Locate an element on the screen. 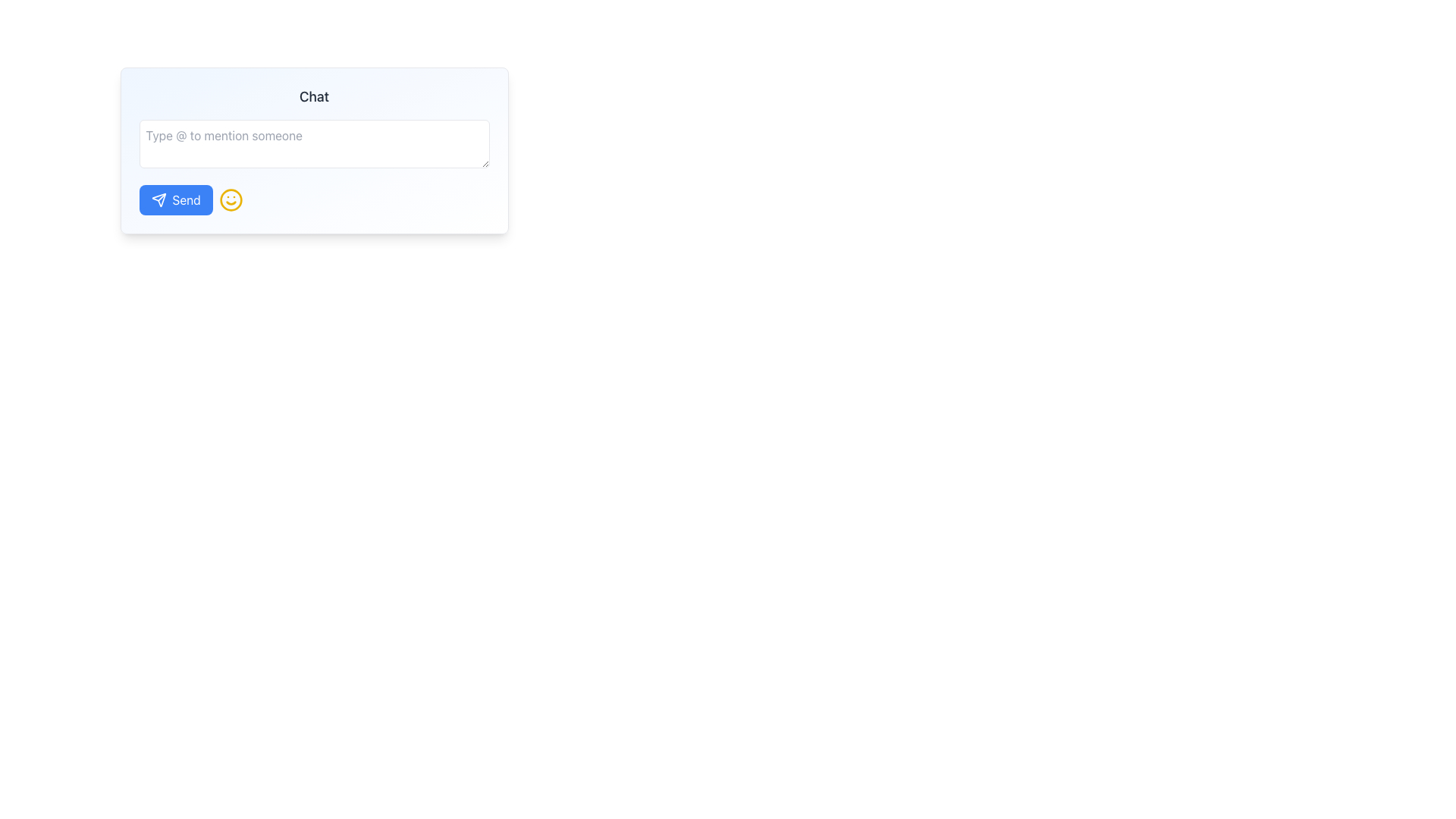 This screenshot has height=819, width=1456. the decorative icon located at the leftmost portion of the 'Send' button, which emphasizes its purpose for sending messages, situated below the text input box is located at coordinates (158, 199).